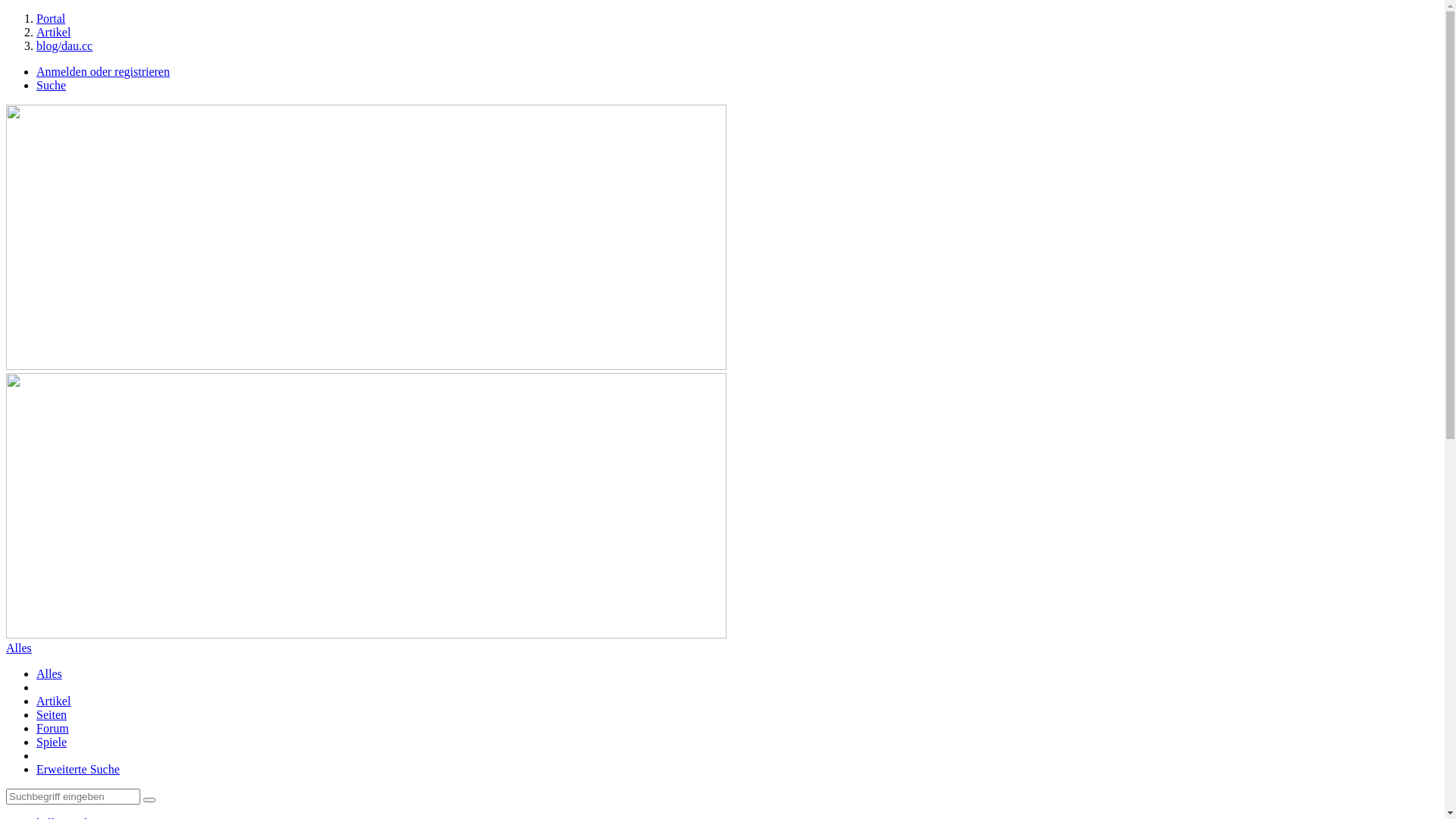 The image size is (1456, 819). I want to click on 'Artikel', so click(53, 32).